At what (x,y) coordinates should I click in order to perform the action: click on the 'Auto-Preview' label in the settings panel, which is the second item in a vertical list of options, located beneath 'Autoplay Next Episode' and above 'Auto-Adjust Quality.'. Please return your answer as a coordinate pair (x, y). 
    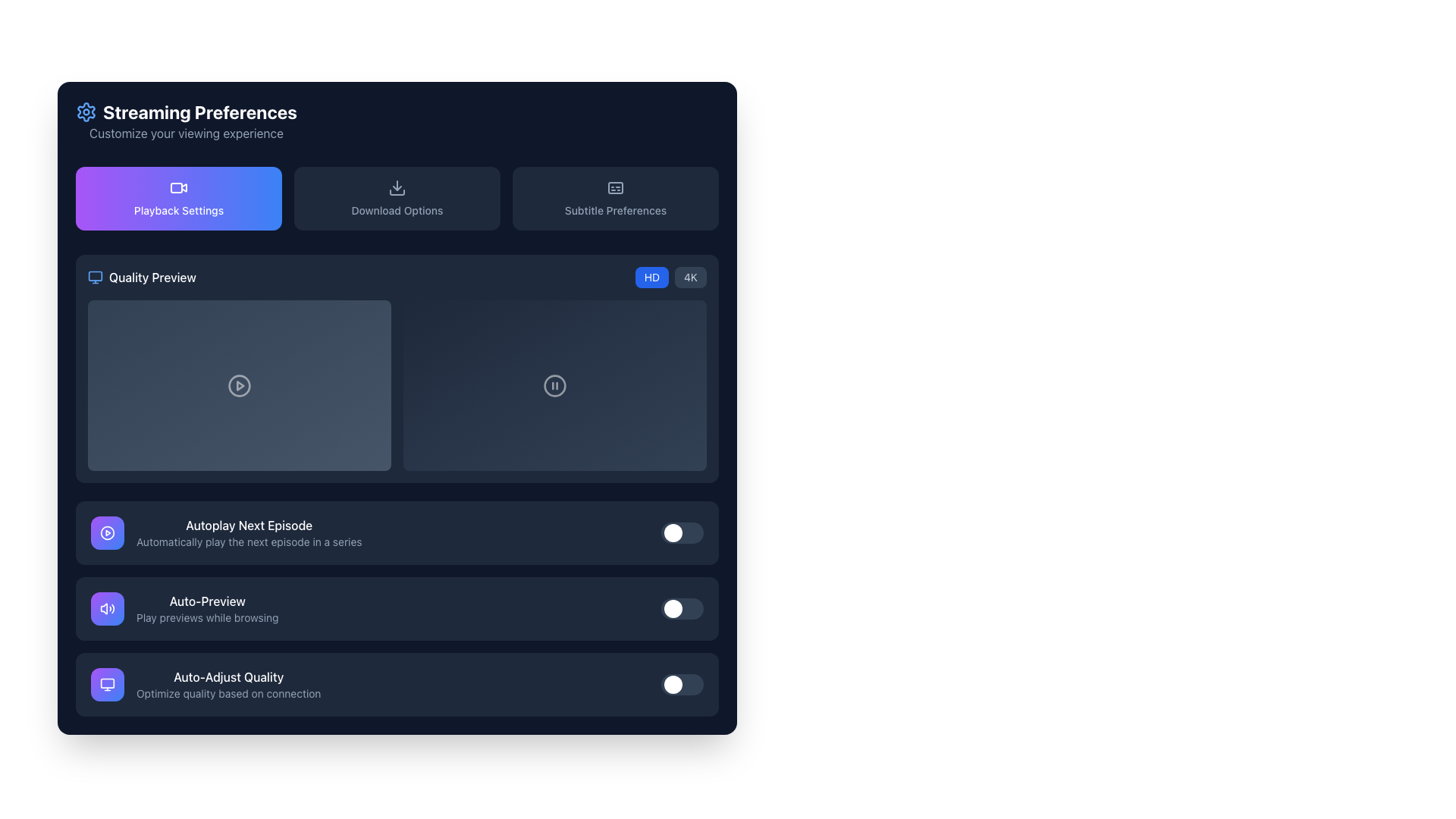
    Looking at the image, I should click on (184, 607).